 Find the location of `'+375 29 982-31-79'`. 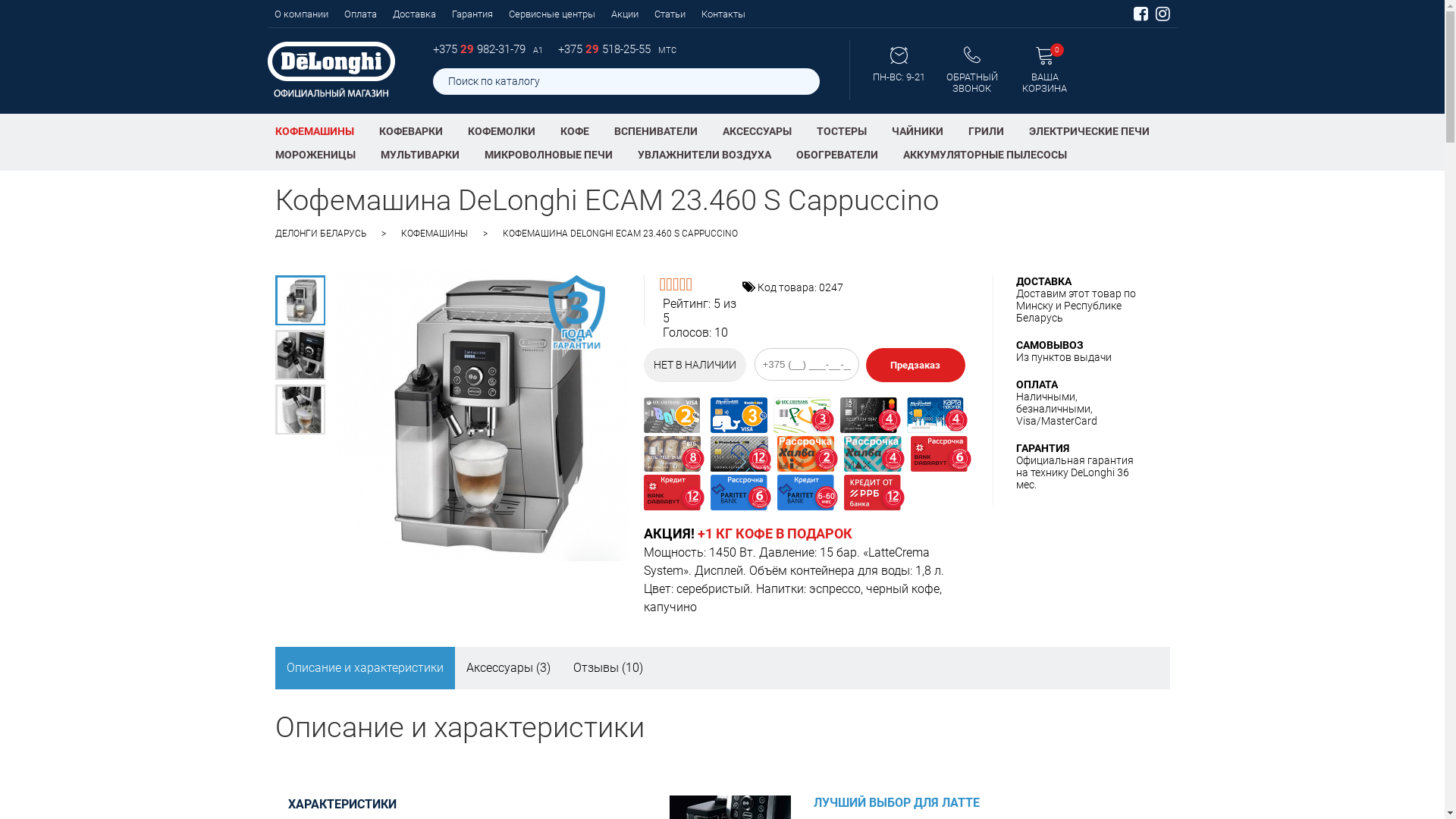

'+375 29 982-31-79' is located at coordinates (479, 49).